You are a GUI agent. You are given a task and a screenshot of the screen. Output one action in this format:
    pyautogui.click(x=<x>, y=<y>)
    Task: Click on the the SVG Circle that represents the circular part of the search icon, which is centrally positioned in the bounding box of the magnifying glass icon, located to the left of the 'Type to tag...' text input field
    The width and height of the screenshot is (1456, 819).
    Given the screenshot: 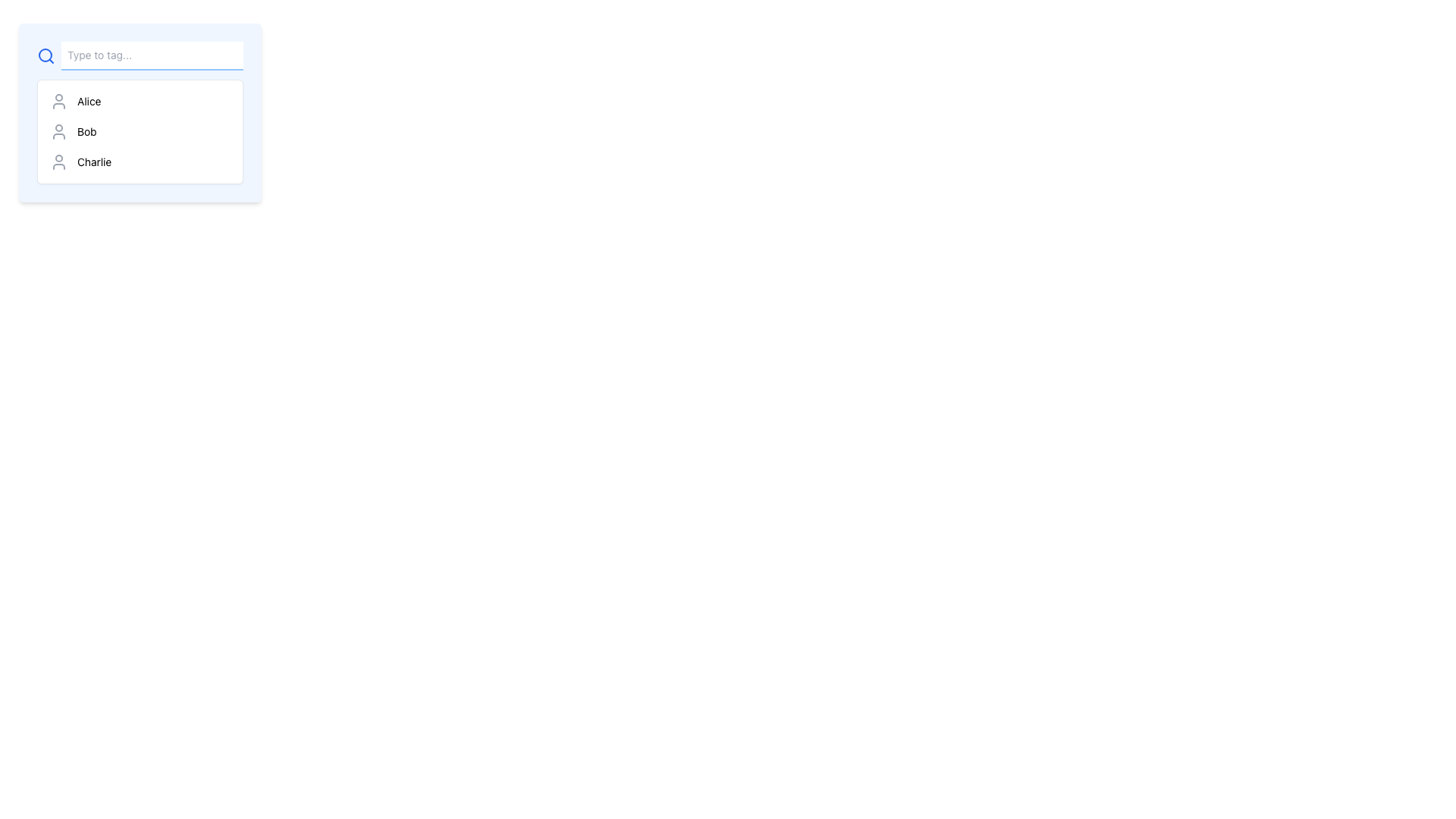 What is the action you would take?
    pyautogui.click(x=45, y=55)
    